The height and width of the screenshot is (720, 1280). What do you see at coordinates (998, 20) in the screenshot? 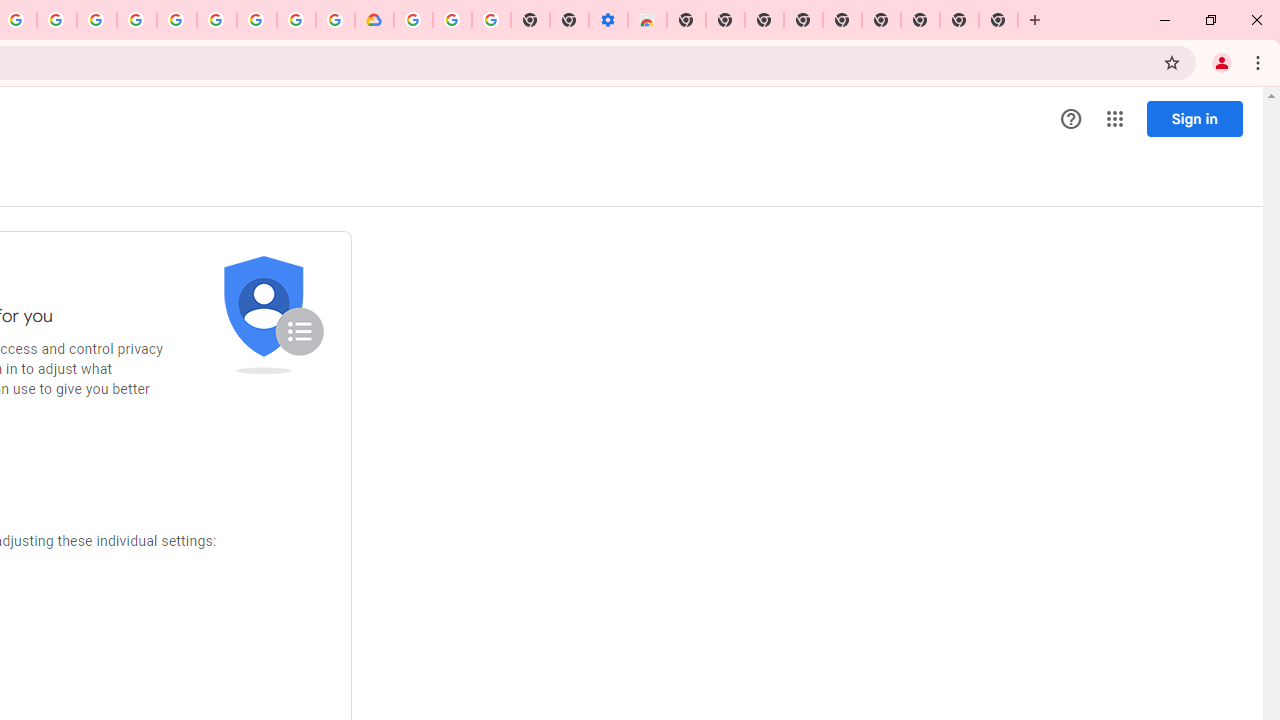
I see `'New Tab'` at bounding box center [998, 20].